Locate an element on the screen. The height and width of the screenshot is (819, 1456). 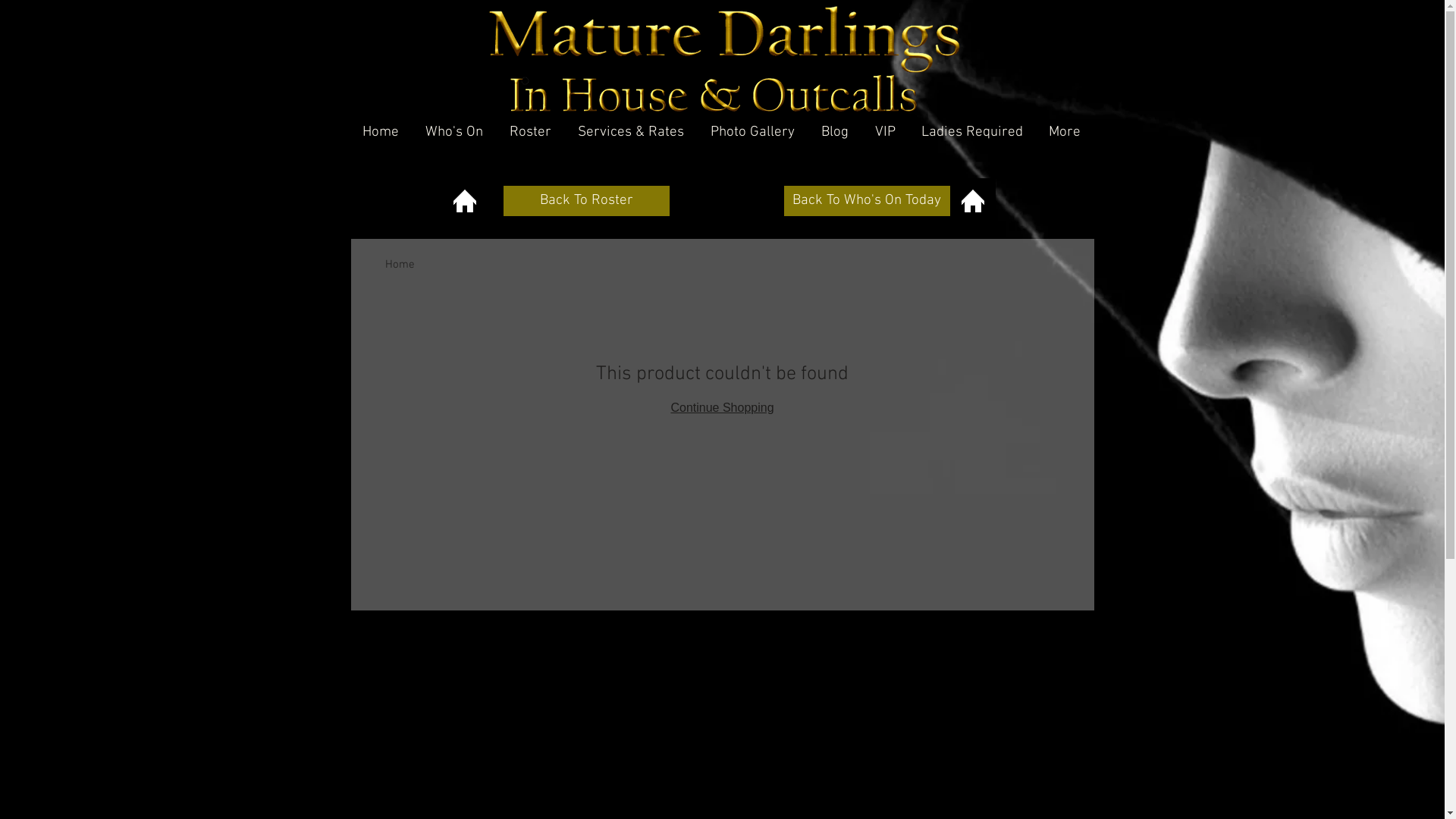
'Home' is located at coordinates (400, 263).